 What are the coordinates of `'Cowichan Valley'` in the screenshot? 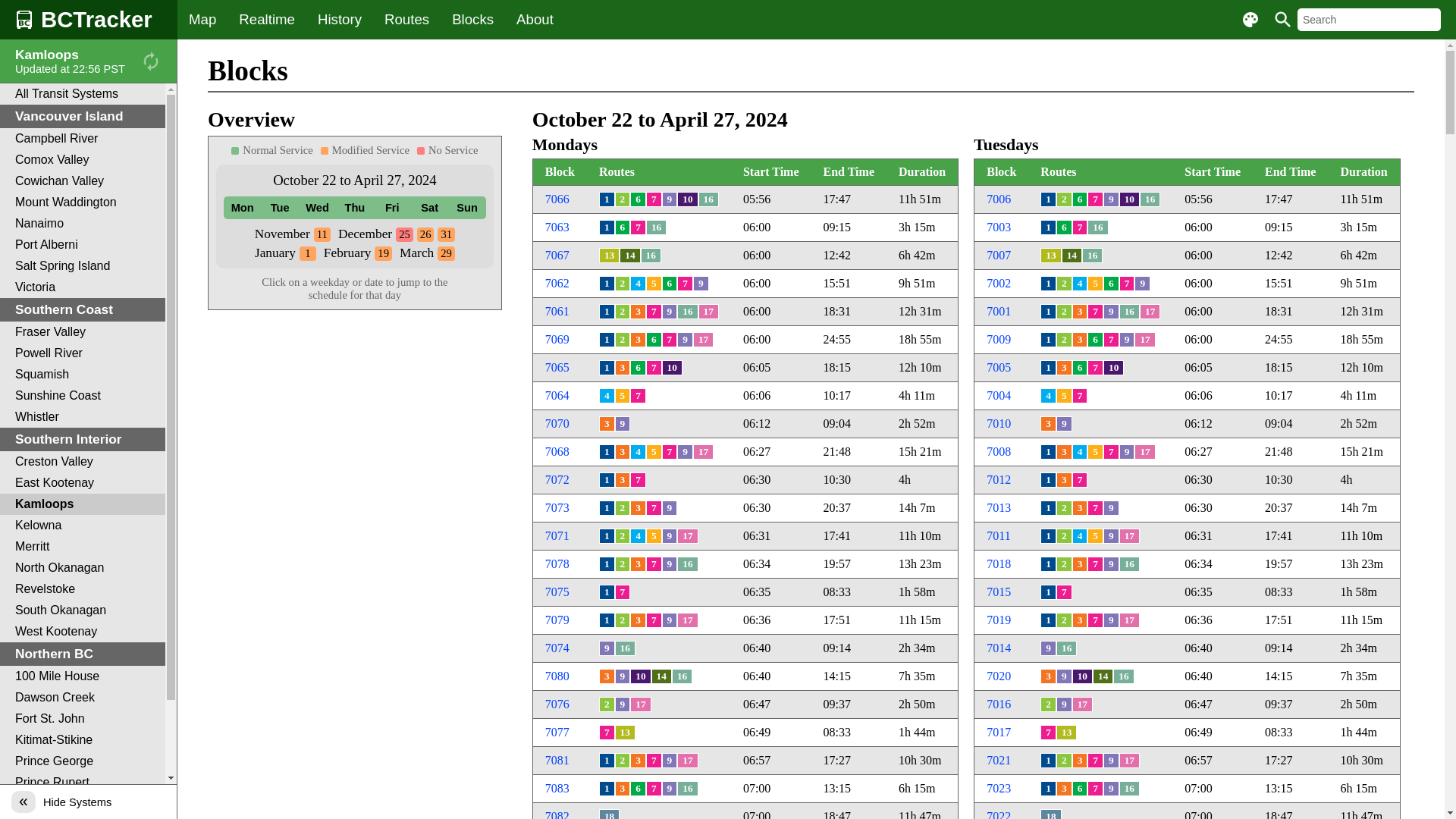 It's located at (82, 180).